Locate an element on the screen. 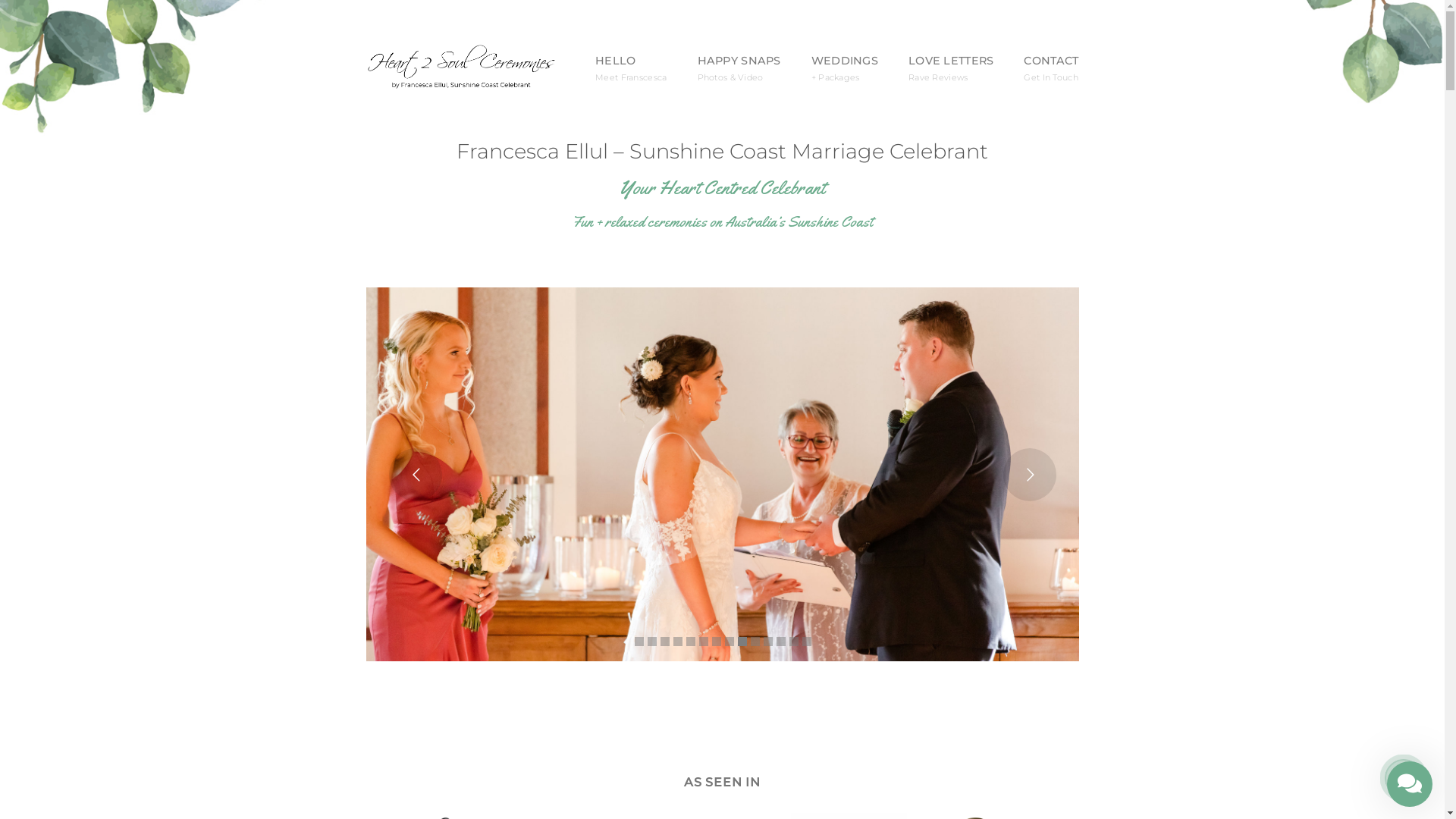 Image resolution: width=1456 pixels, height=819 pixels. 'HELLO is located at coordinates (630, 69).